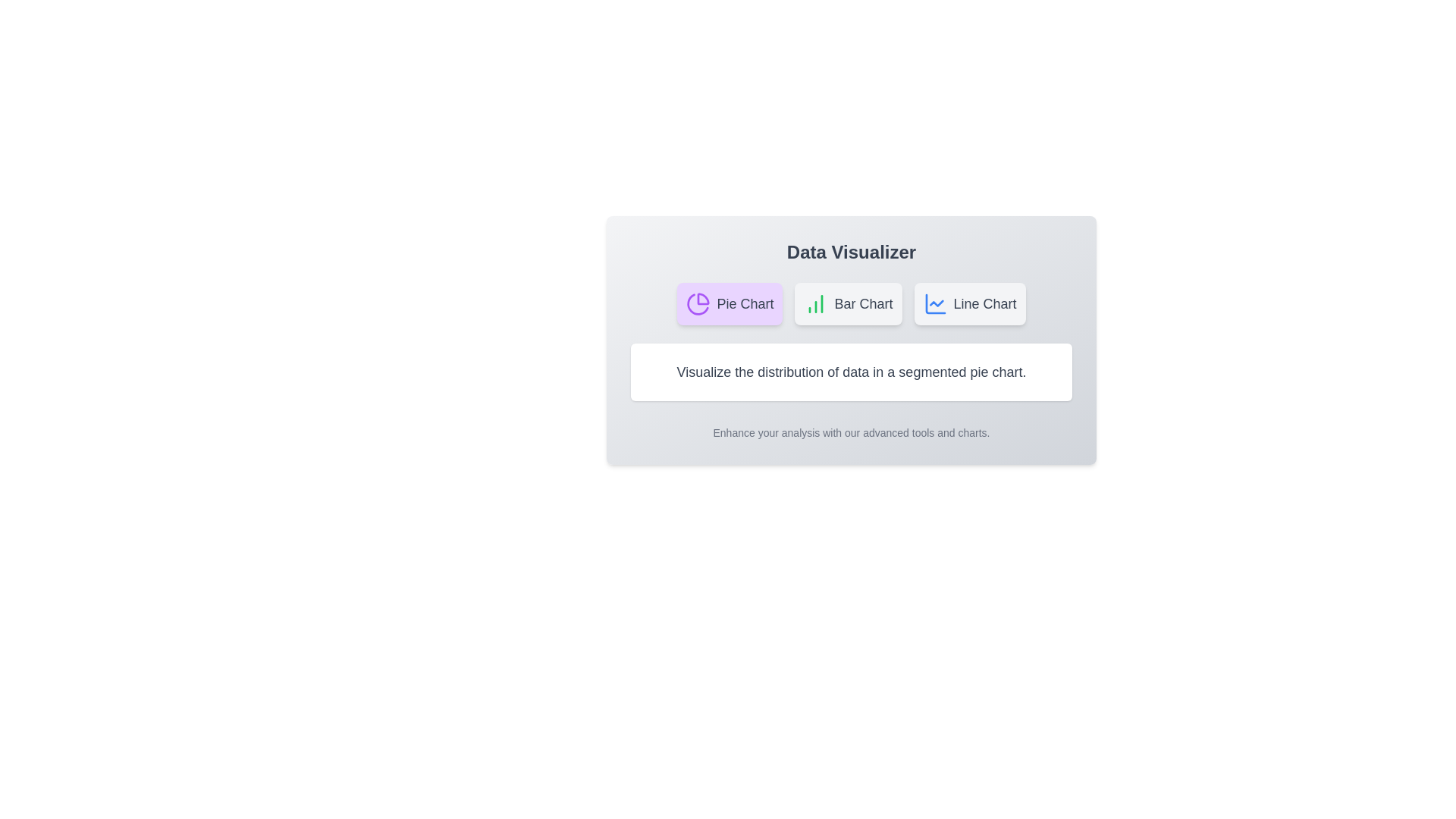 This screenshot has width=1456, height=819. I want to click on the Line Chart chart by clicking on the respective tab button, so click(969, 304).